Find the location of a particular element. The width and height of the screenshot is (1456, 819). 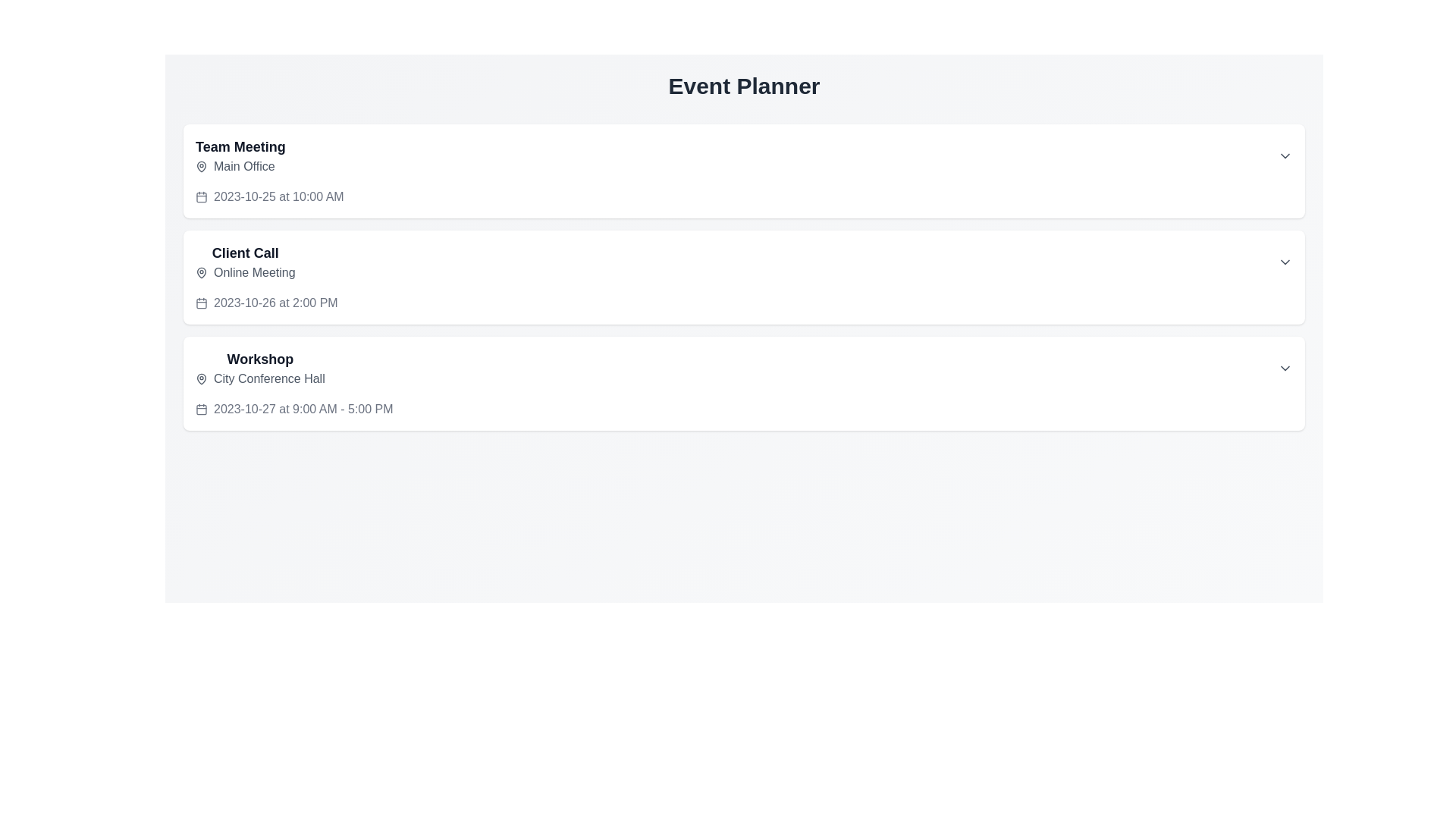

the visual details of the red square icon with rounded corners located at the bottom-right corner of the calendar-like icon structure near the 'Workshop' event section is located at coordinates (200, 409).